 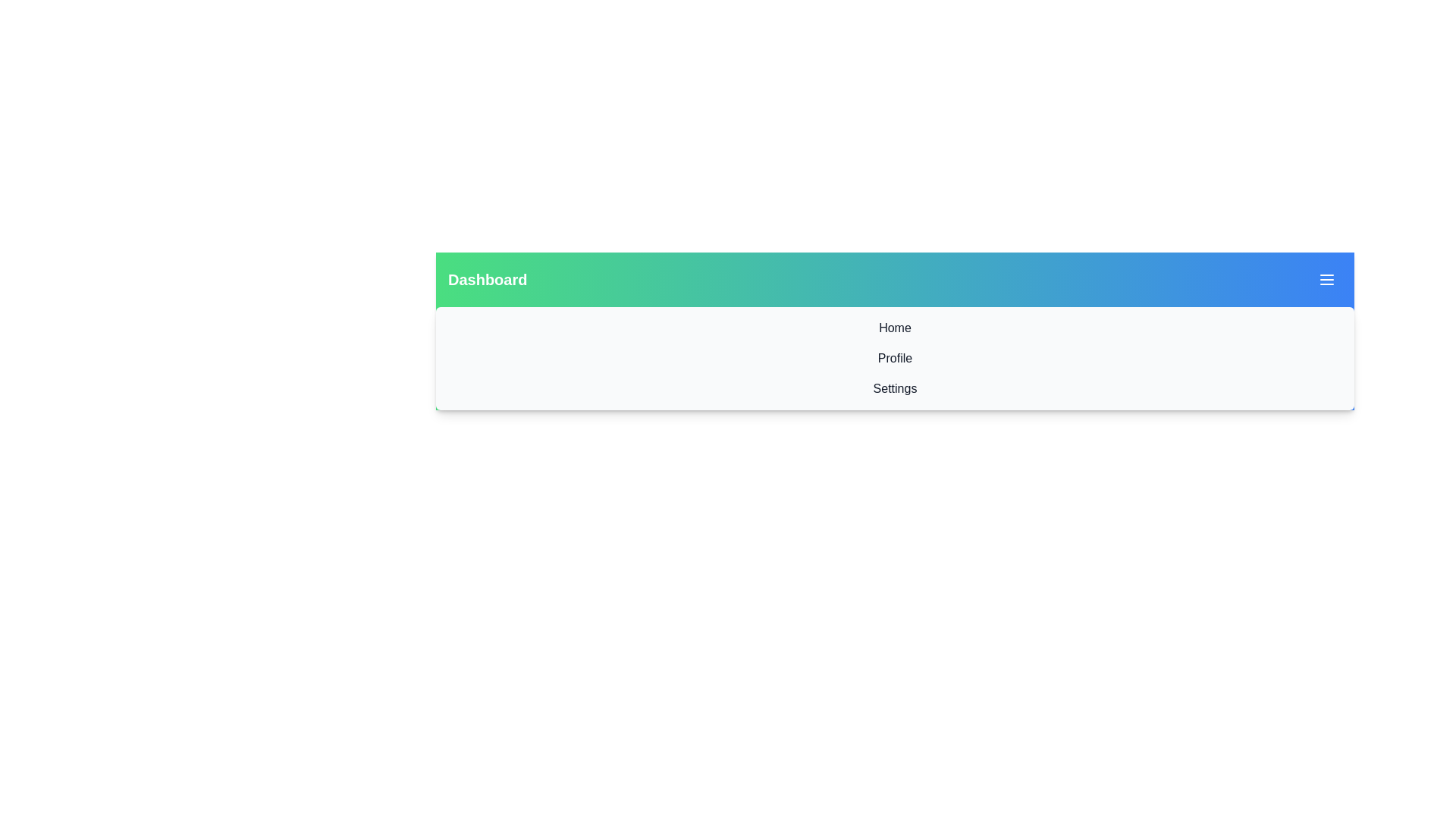 What do you see at coordinates (1326, 280) in the screenshot?
I see `the toggle button located at the top-right corner of the interface` at bounding box center [1326, 280].